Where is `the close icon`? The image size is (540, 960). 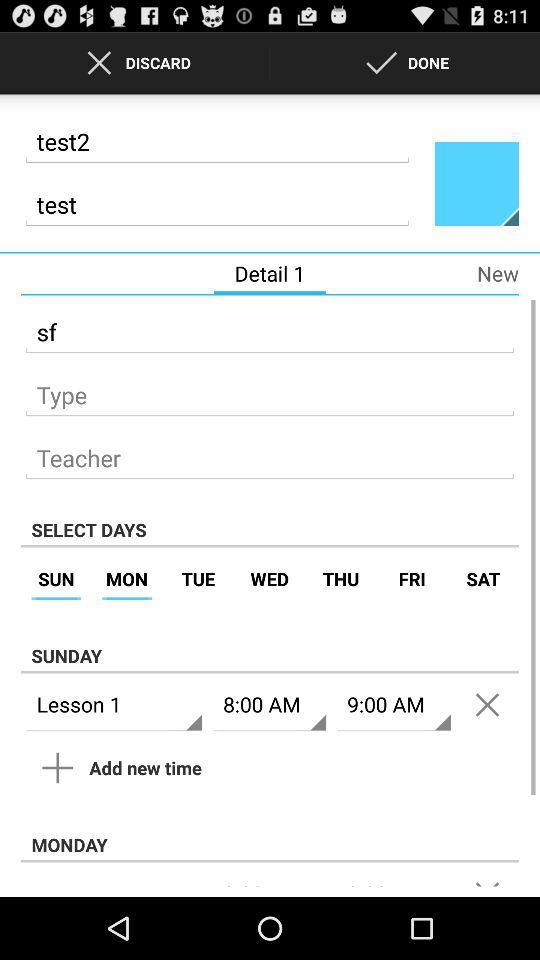 the close icon is located at coordinates (486, 753).